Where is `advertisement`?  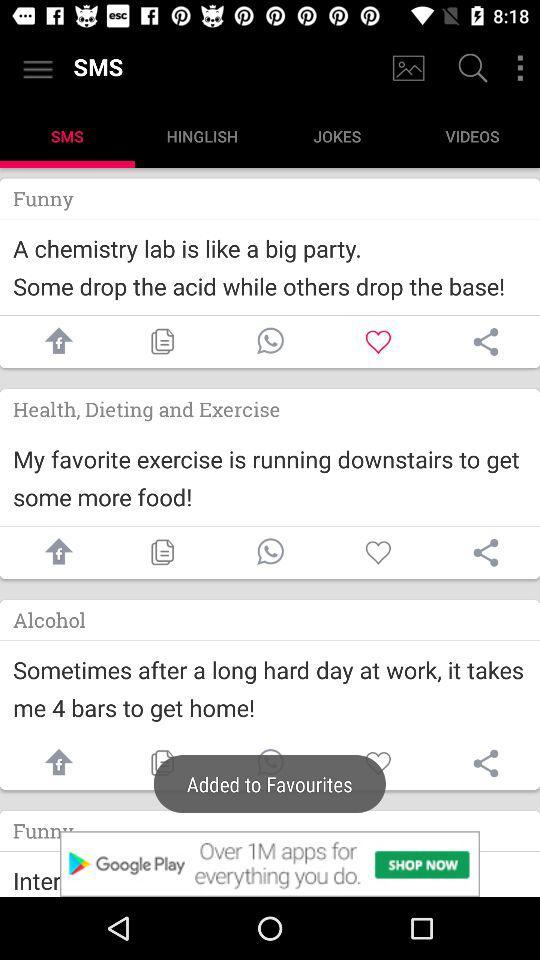 advertisement is located at coordinates (270, 863).